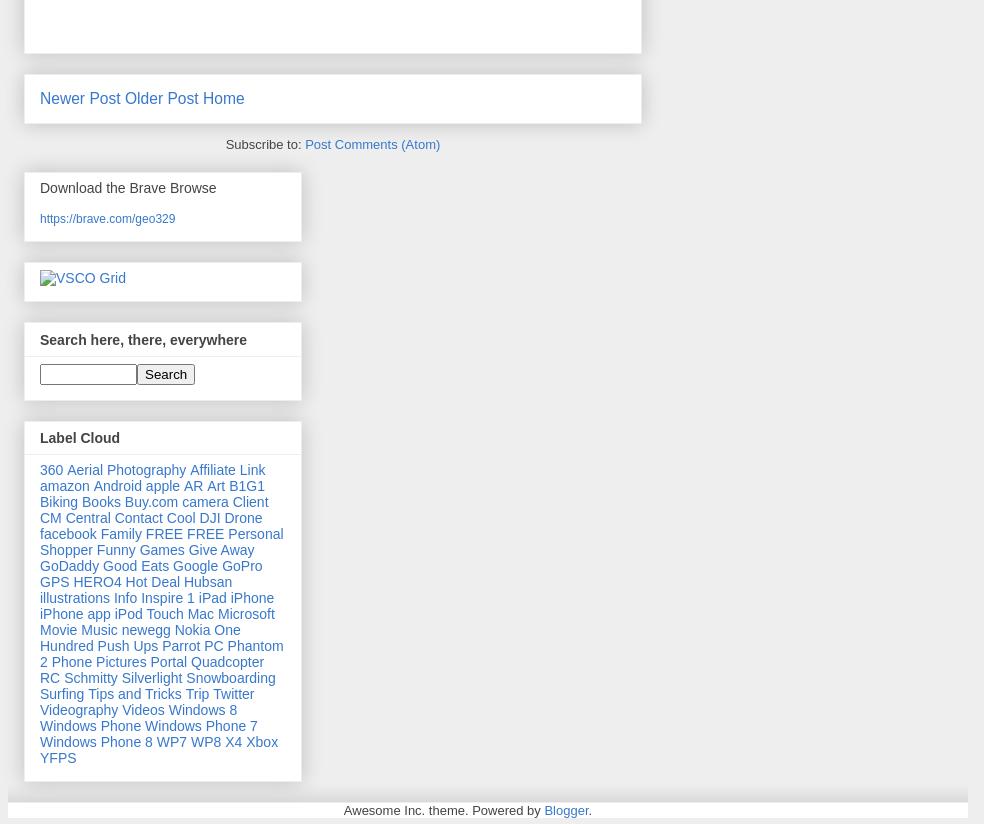 The height and width of the screenshot is (824, 984). I want to click on 'amazon', so click(63, 484).